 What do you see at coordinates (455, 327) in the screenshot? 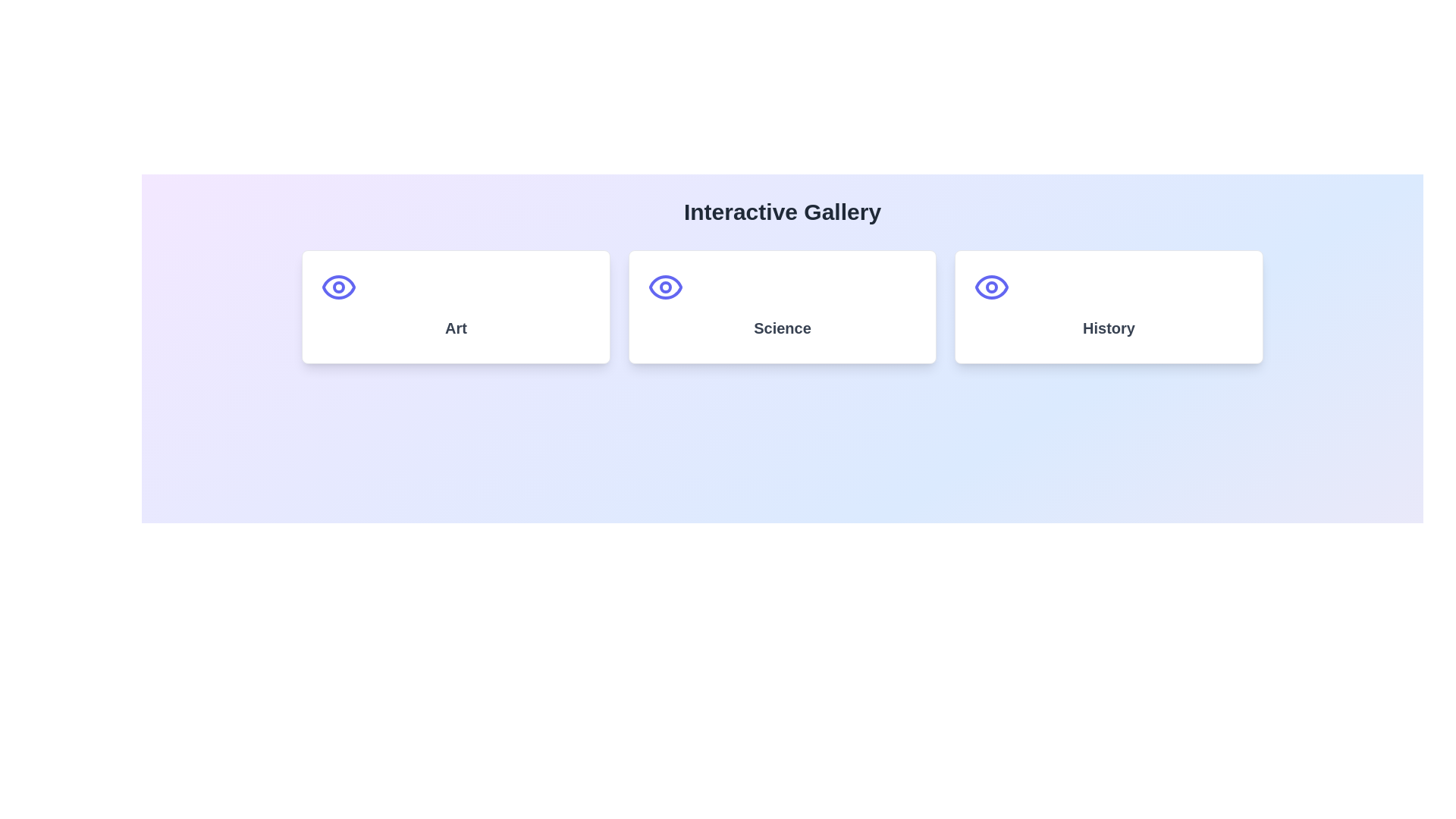
I see `the label element that serves as a title for the first card in a series of three cards, located centrally below the icon and above the descriptive text` at bounding box center [455, 327].